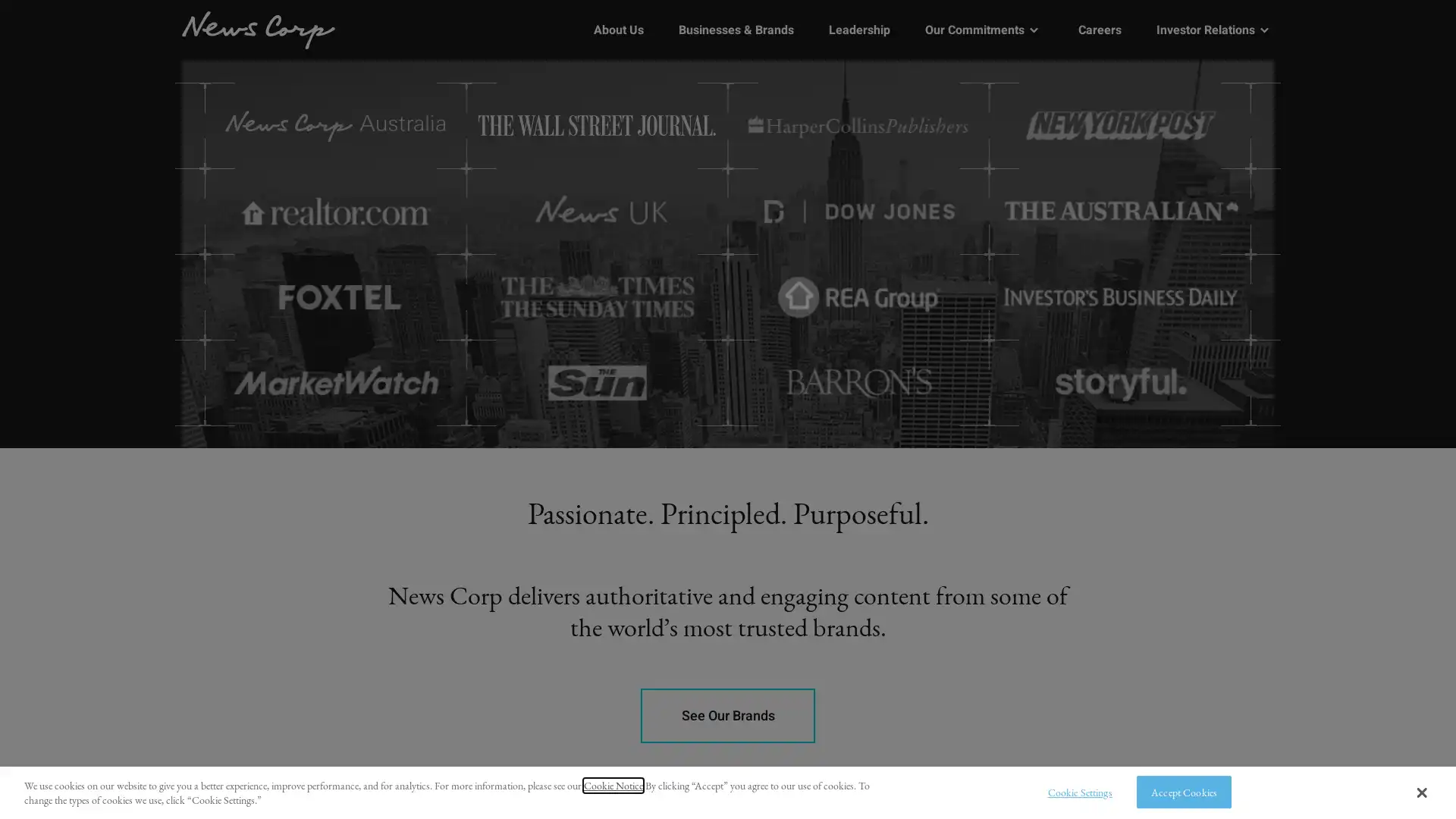 This screenshot has height=819, width=1456. I want to click on Cookie Settings, so click(1075, 791).